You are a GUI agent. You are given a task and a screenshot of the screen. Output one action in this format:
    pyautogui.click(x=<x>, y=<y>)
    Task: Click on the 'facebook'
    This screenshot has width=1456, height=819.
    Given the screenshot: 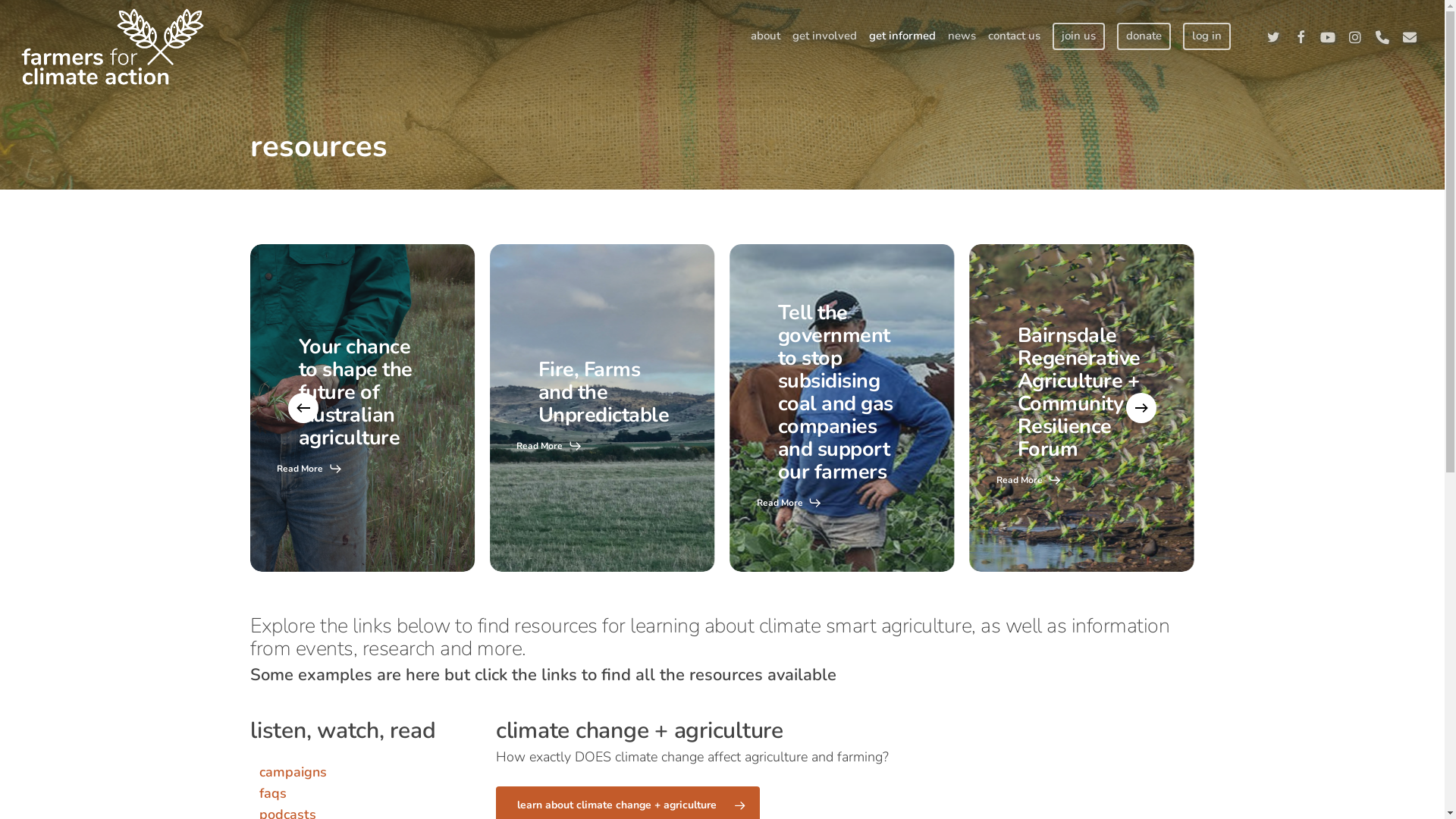 What is the action you would take?
    pyautogui.click(x=1299, y=35)
    